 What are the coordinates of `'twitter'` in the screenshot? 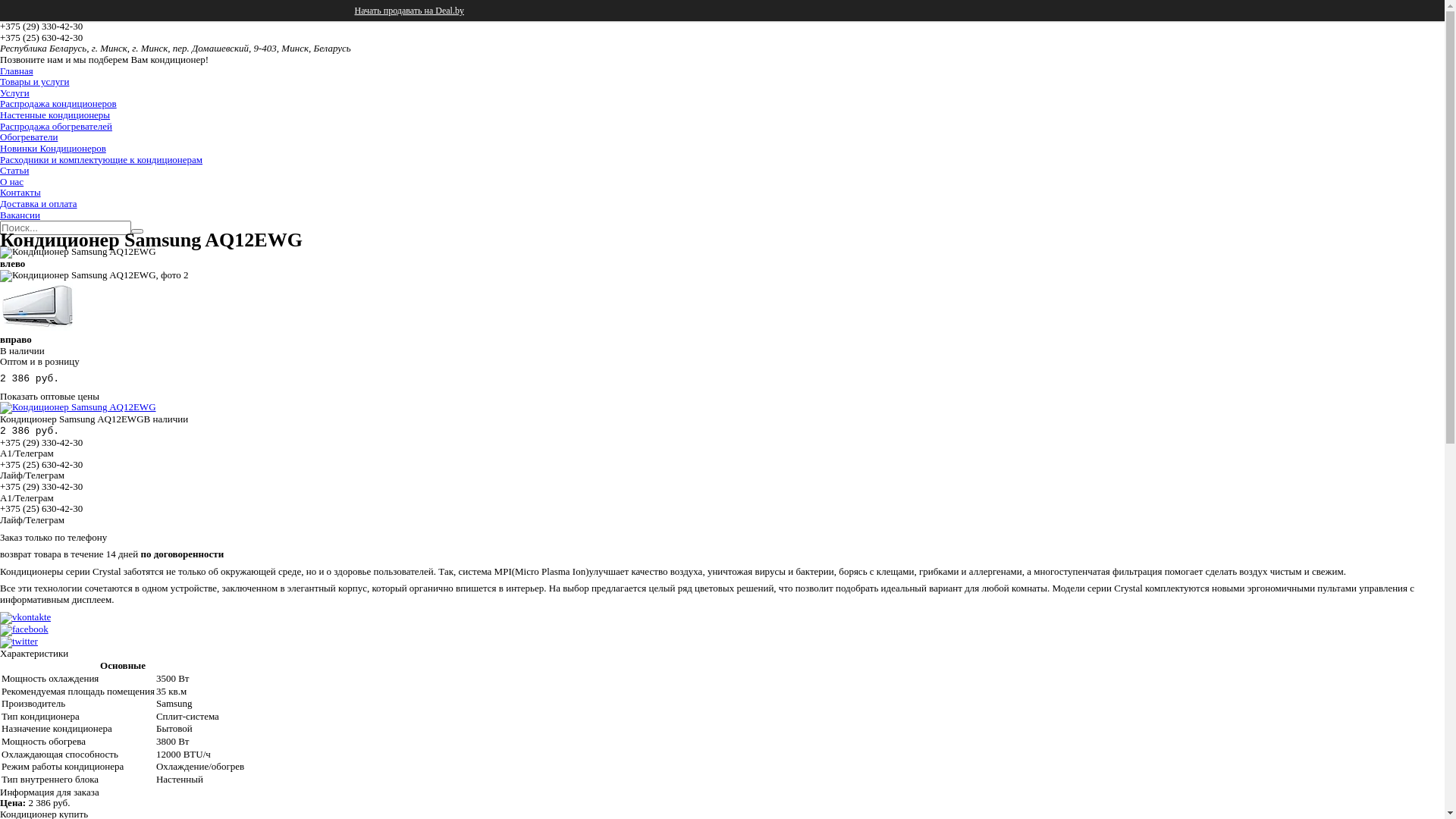 It's located at (18, 641).